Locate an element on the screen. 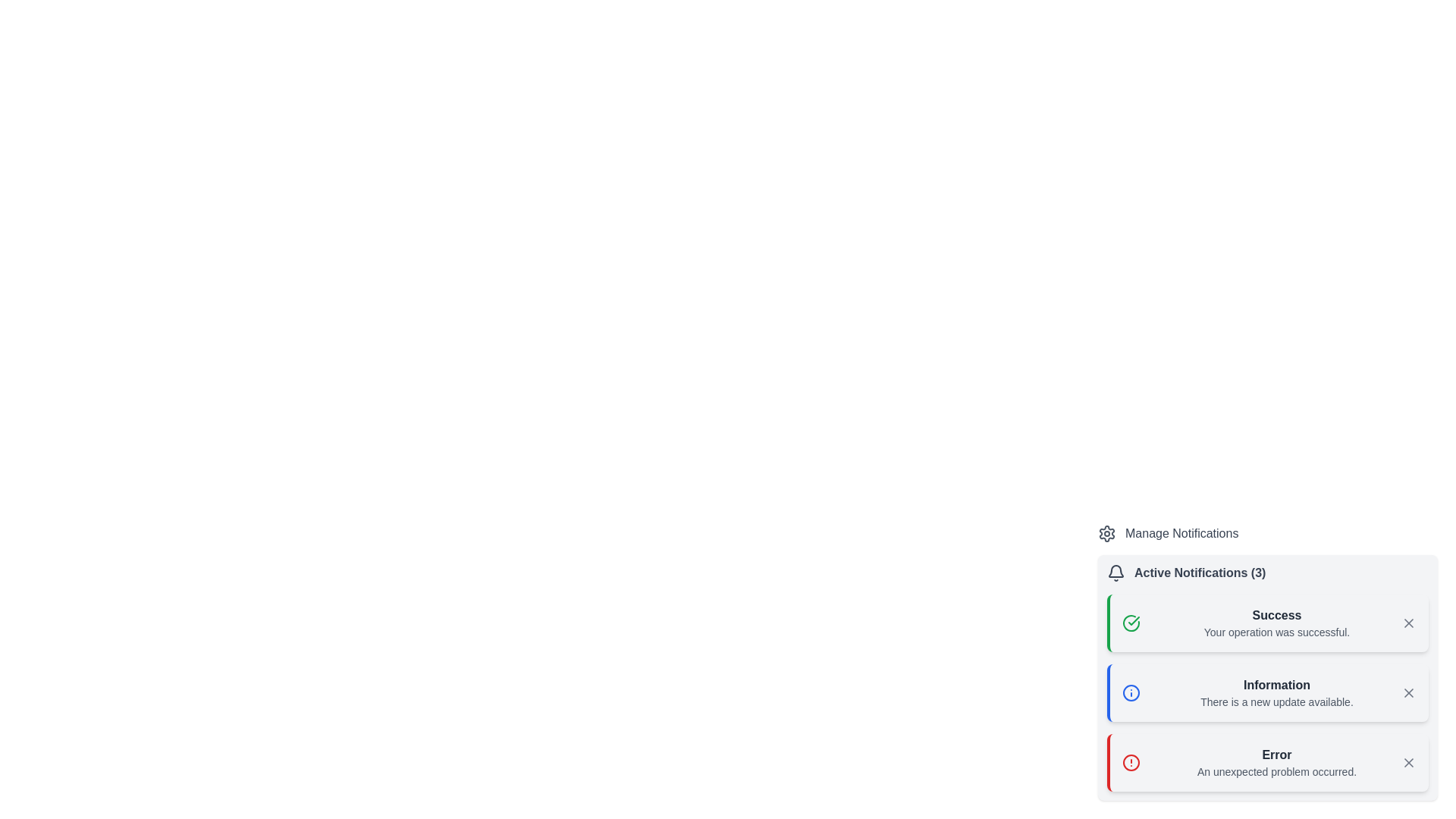 This screenshot has height=819, width=1456. the text label that says 'There is a new update available.' located below the bold 'Information' header in the notification list is located at coordinates (1276, 701).